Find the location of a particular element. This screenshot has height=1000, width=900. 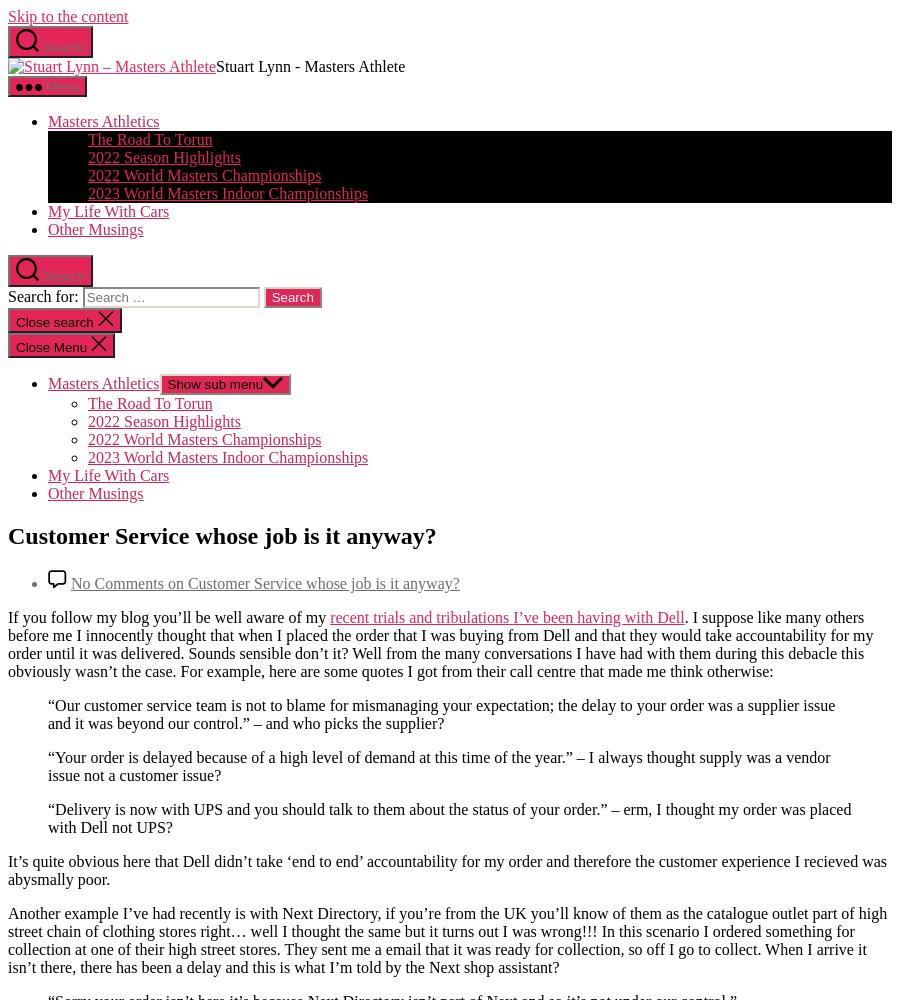

'It’s quite obvious here that Dell didn’t take ‘end to end’ accountability for my order and therefore the customer experience I recieved was abysmally poor.' is located at coordinates (447, 868).